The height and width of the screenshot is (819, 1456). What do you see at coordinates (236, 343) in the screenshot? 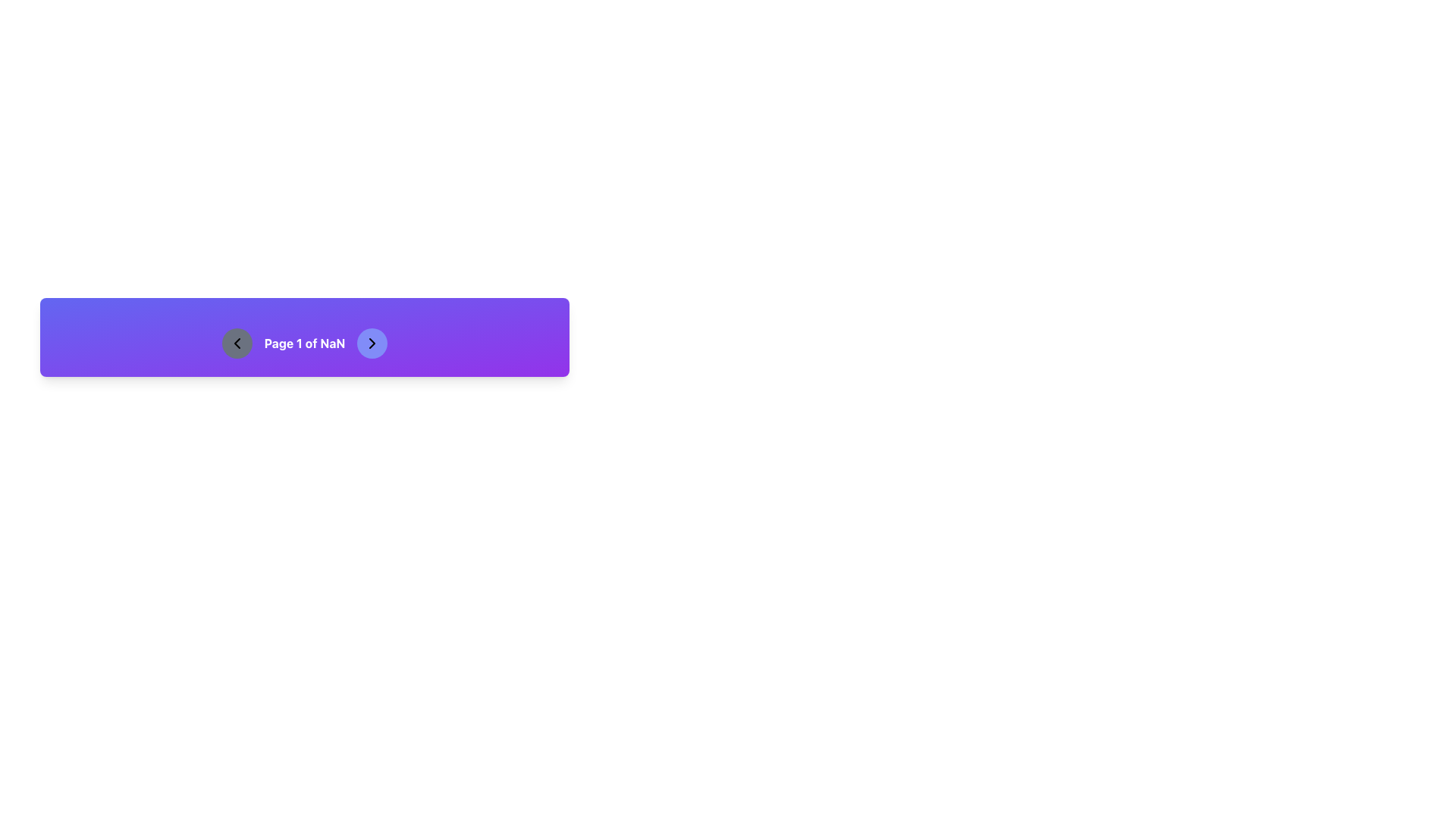
I see `the leftward-pointing arrow icon styled with a chevron shape in a circular blue background, located before the 'Page 1 of NaN' text label, to potentially reveal additional details or trigger a style change` at bounding box center [236, 343].